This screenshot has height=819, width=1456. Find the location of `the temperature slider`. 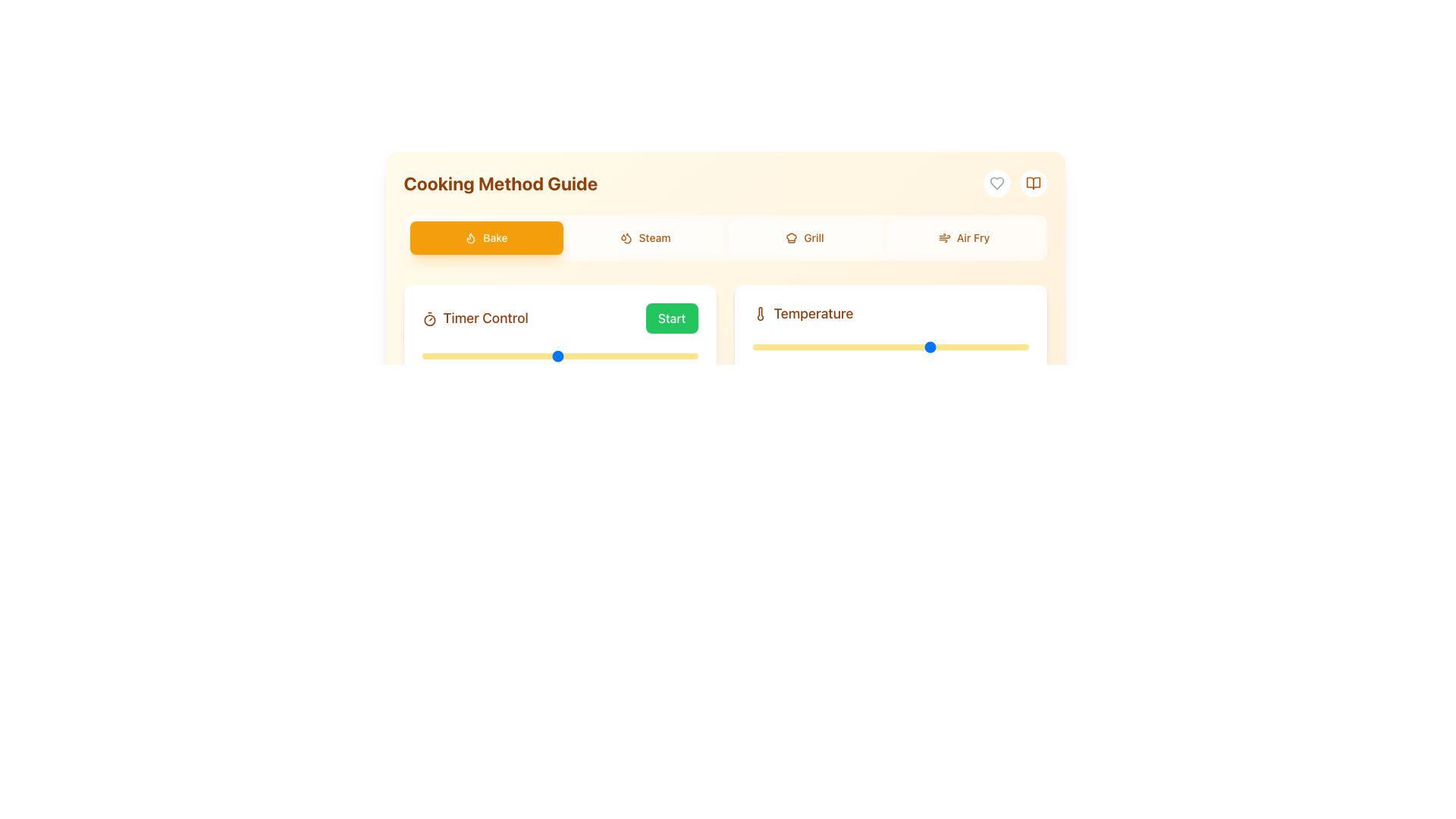

the temperature slider is located at coordinates (940, 347).